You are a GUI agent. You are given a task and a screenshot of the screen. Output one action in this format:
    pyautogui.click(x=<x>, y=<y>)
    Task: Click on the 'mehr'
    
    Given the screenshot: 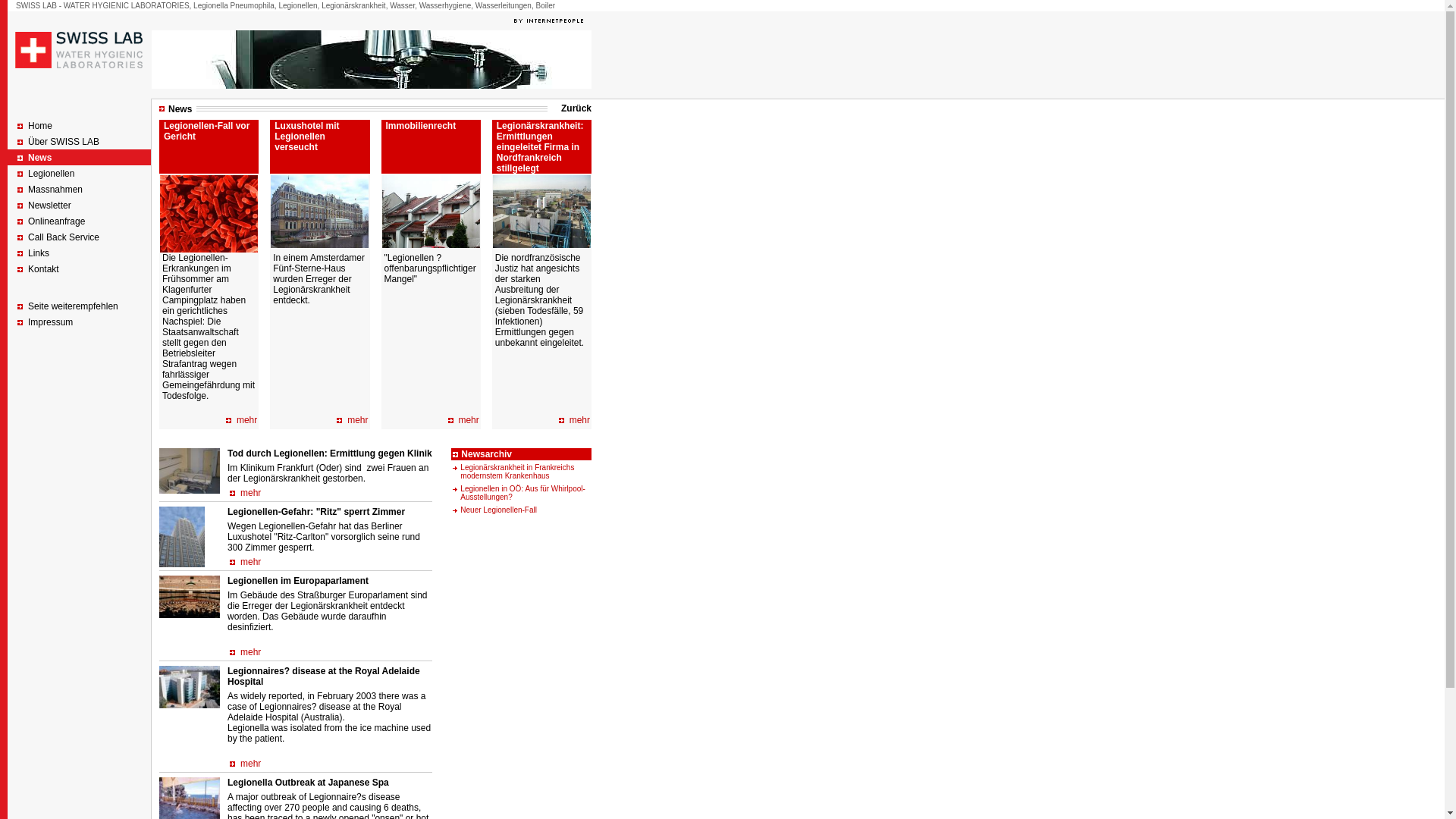 What is the action you would take?
    pyautogui.click(x=467, y=420)
    